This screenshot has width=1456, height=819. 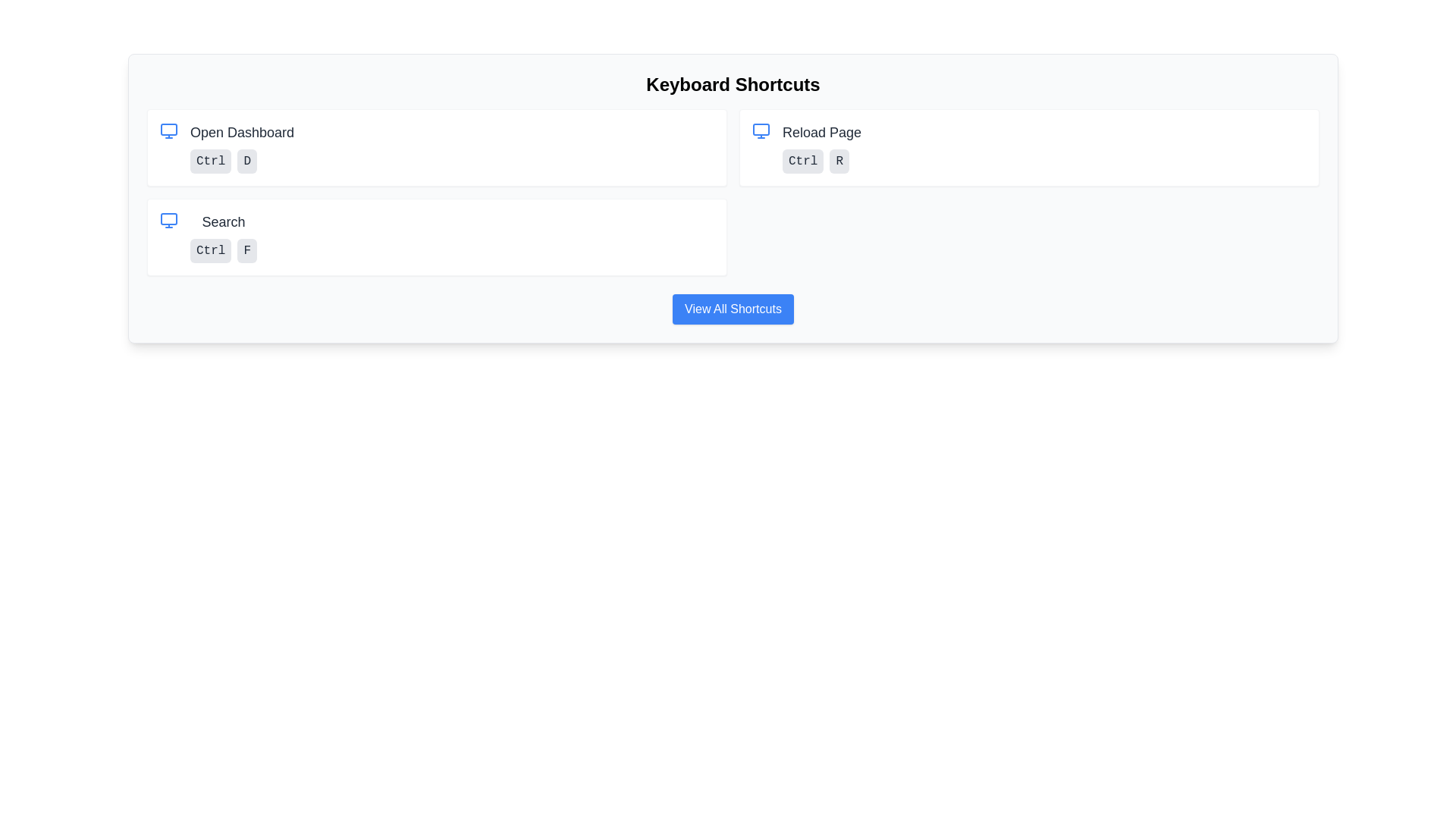 I want to click on the static visual indicator resembling a button labeled 'Ctrl', which is styled to look like a keyboard shortcut button and is located within the 'Open Dashboard' section, so click(x=210, y=161).